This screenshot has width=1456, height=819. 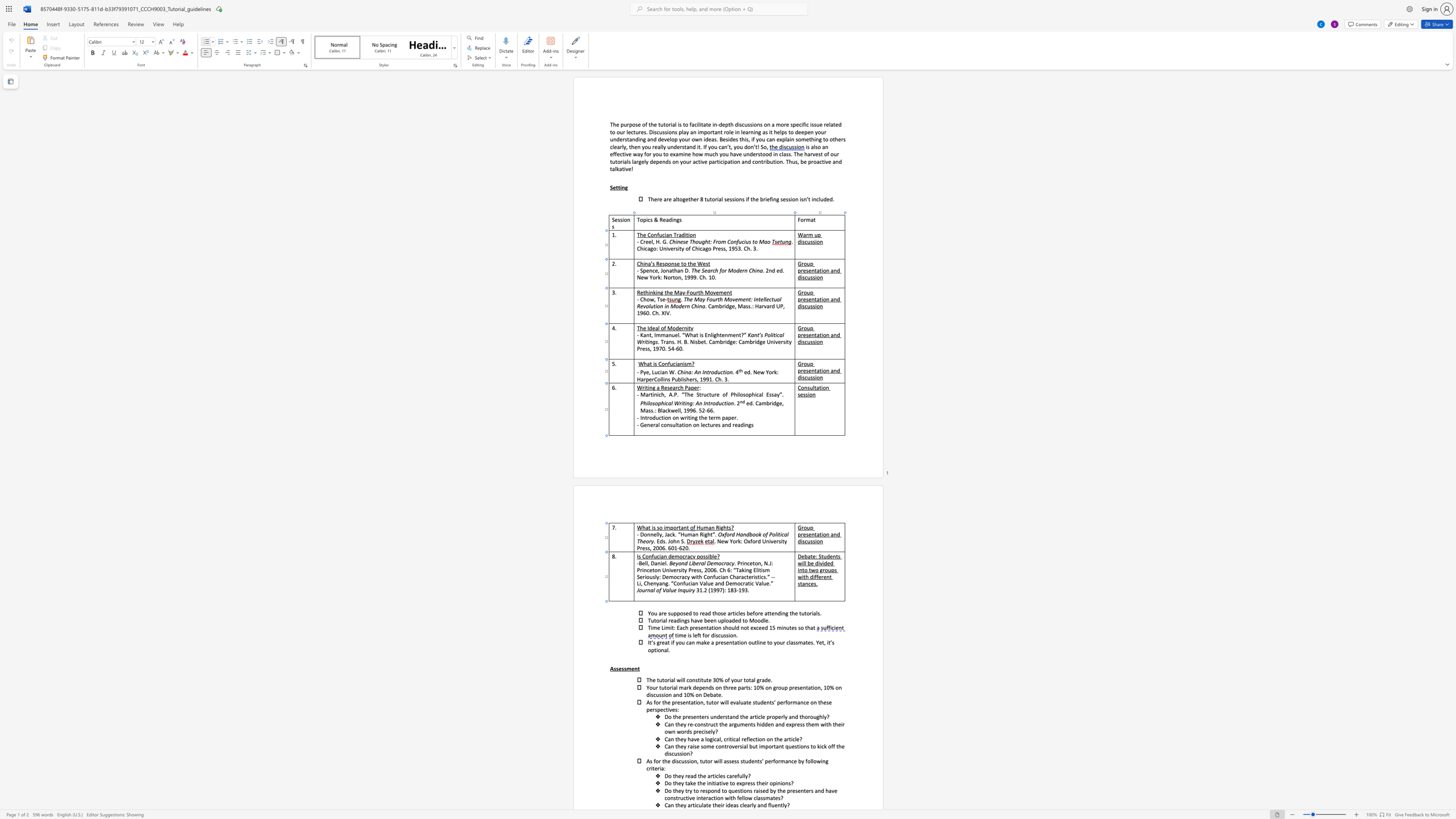 I want to click on the 3th character "n" in the text, so click(x=749, y=723).